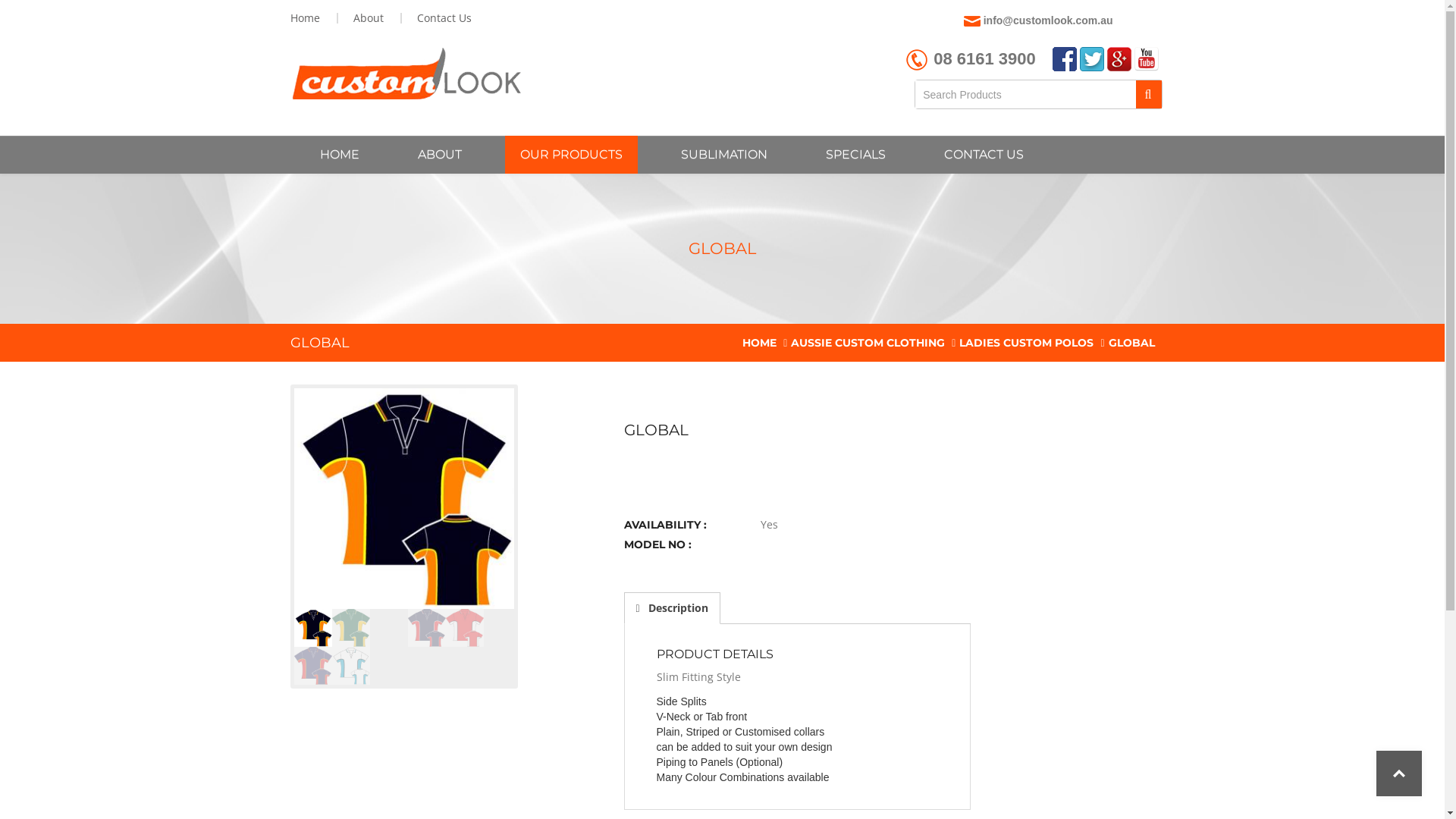 The width and height of the screenshot is (1456, 819). Describe the element at coordinates (338, 155) in the screenshot. I see `'HOME'` at that location.